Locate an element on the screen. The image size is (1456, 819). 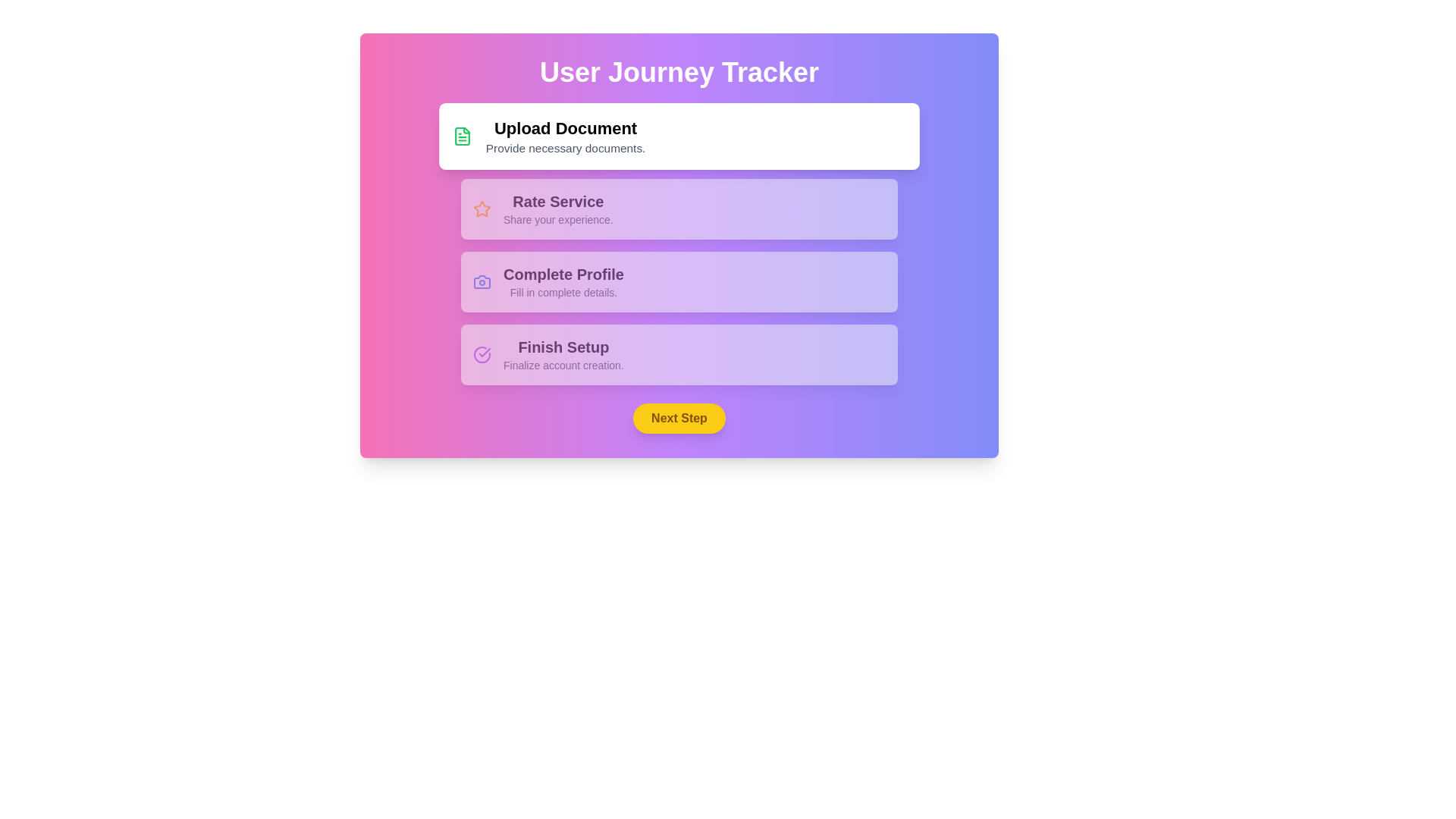
text label containing the phrase 'Share your experience.' which is styled with a small font size and gray color, located directly beneath the 'Rate Service' label is located at coordinates (557, 219).